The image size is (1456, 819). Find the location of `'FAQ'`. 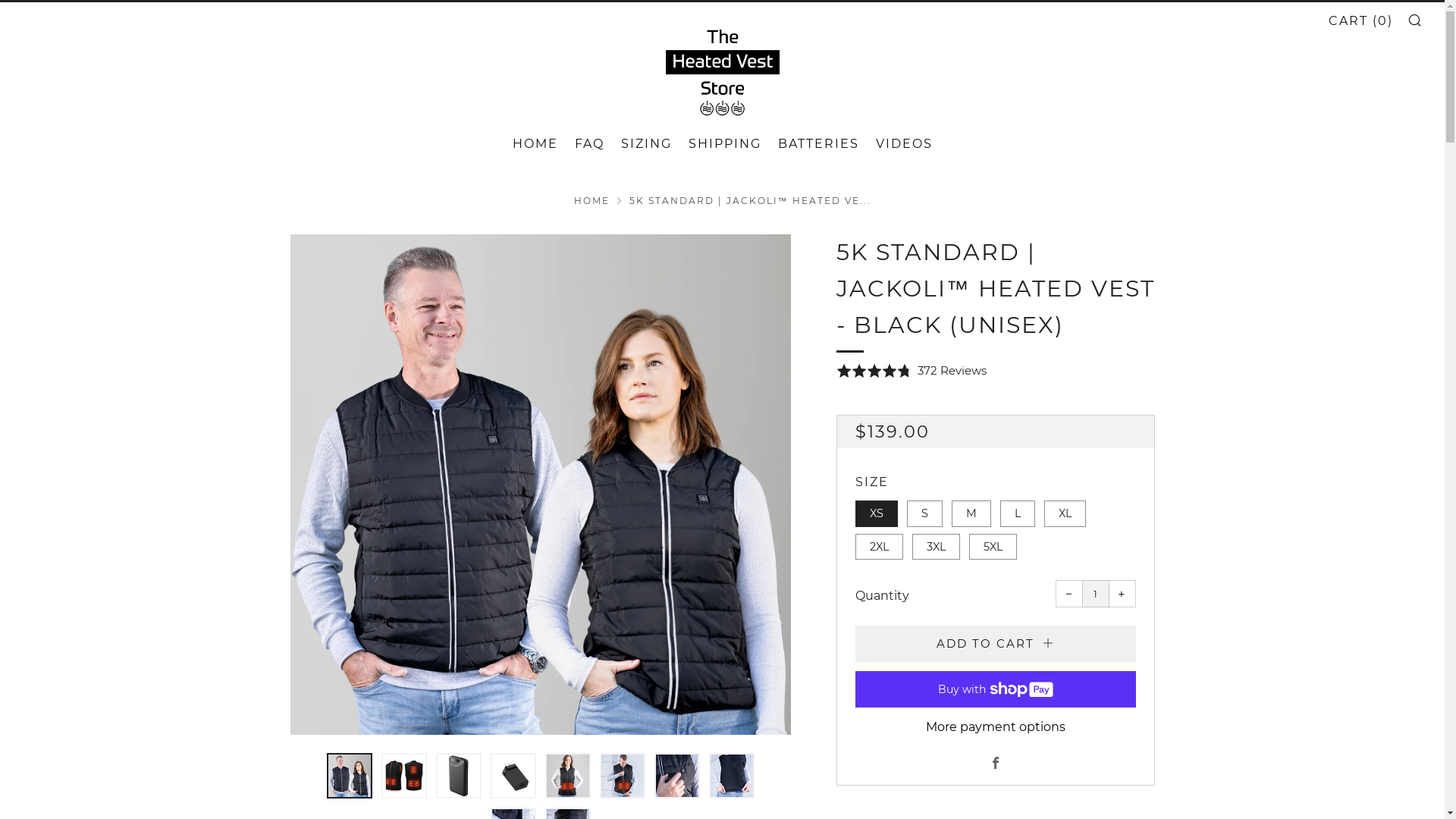

'FAQ' is located at coordinates (588, 143).